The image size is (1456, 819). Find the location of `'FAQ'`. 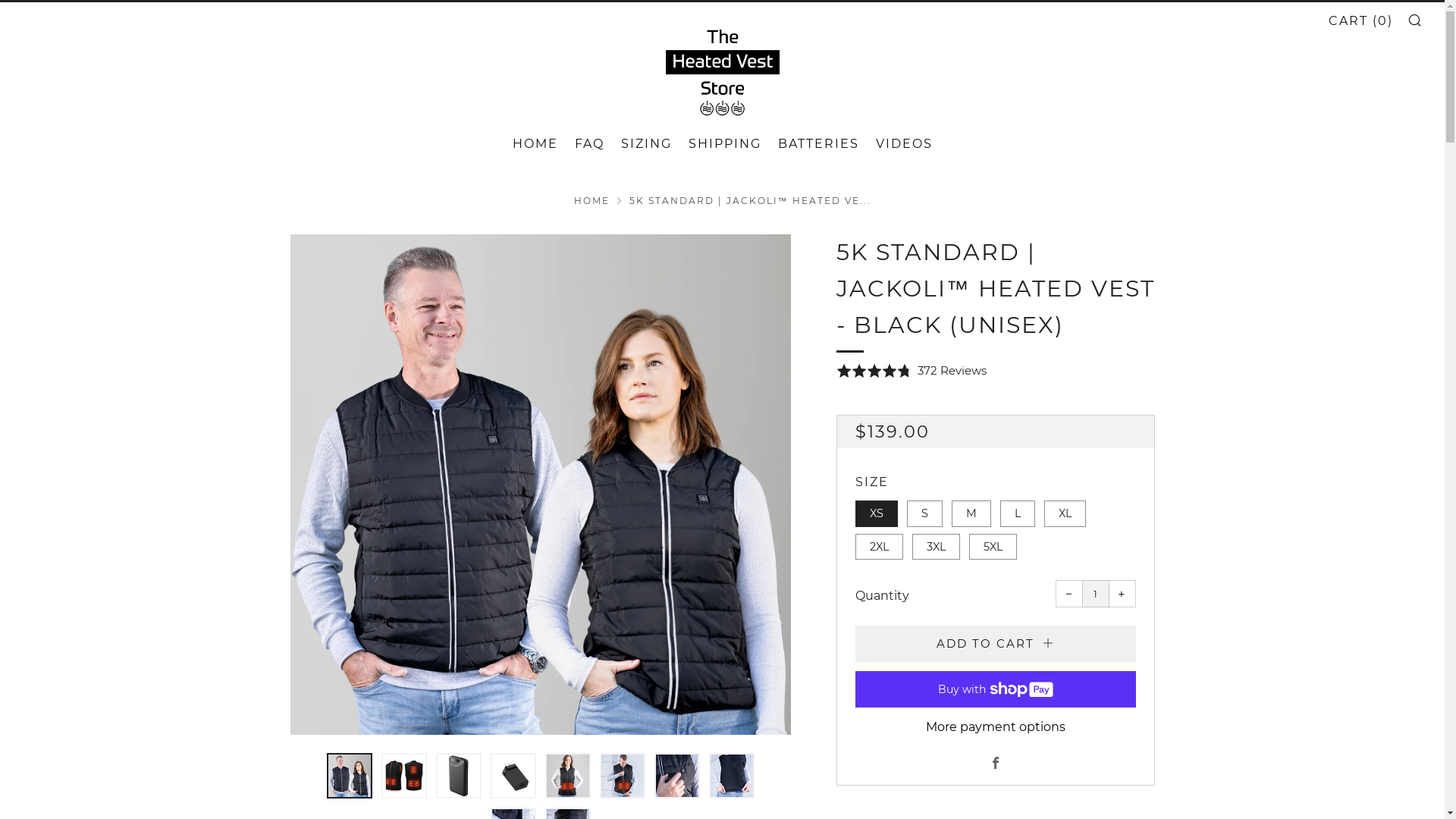

'FAQ' is located at coordinates (588, 143).